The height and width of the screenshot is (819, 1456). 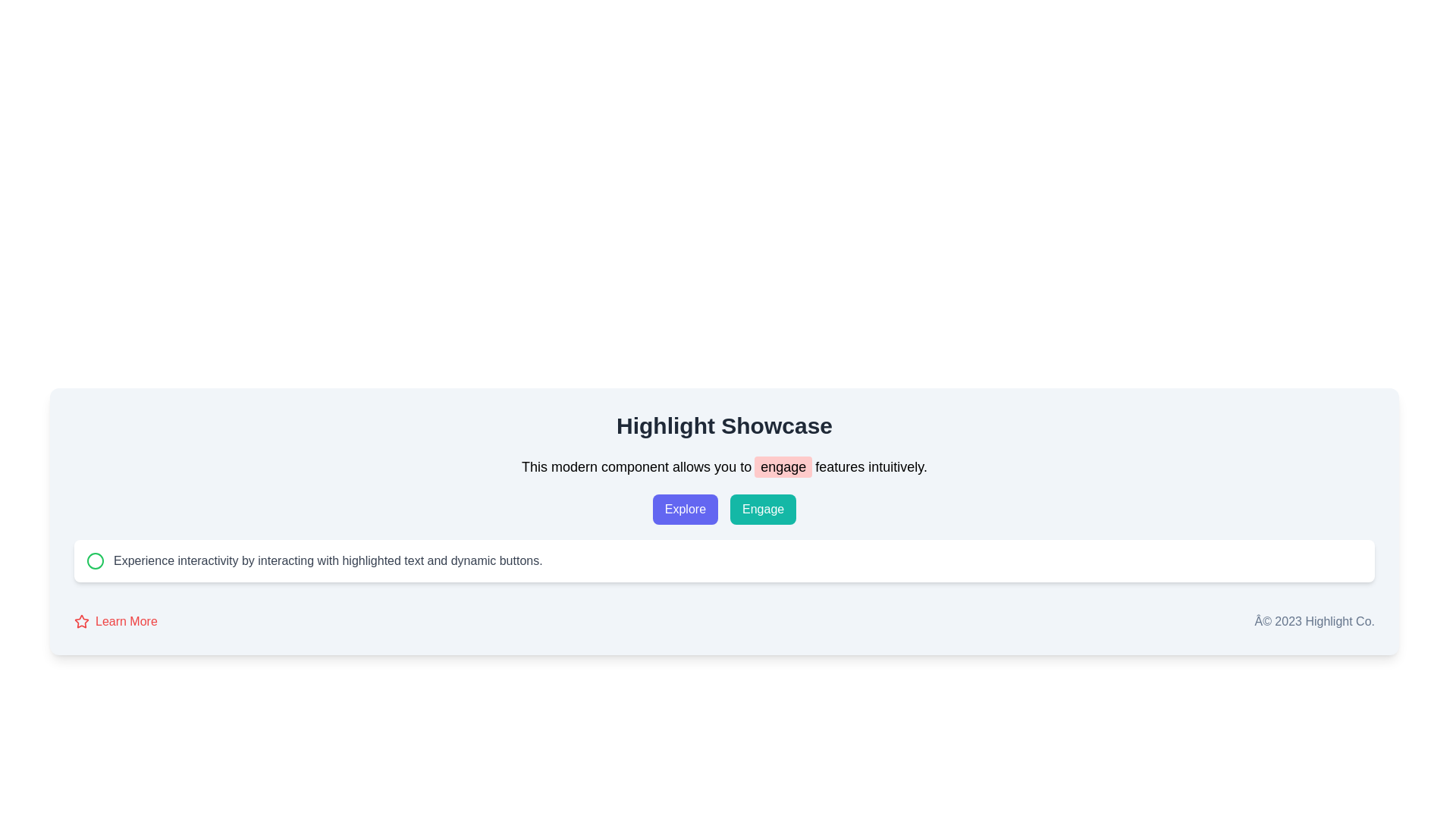 I want to click on the styled text component that reads 'engage', which visually mimics a button but is not interactive, located in the middle of the display area, so click(x=783, y=466).